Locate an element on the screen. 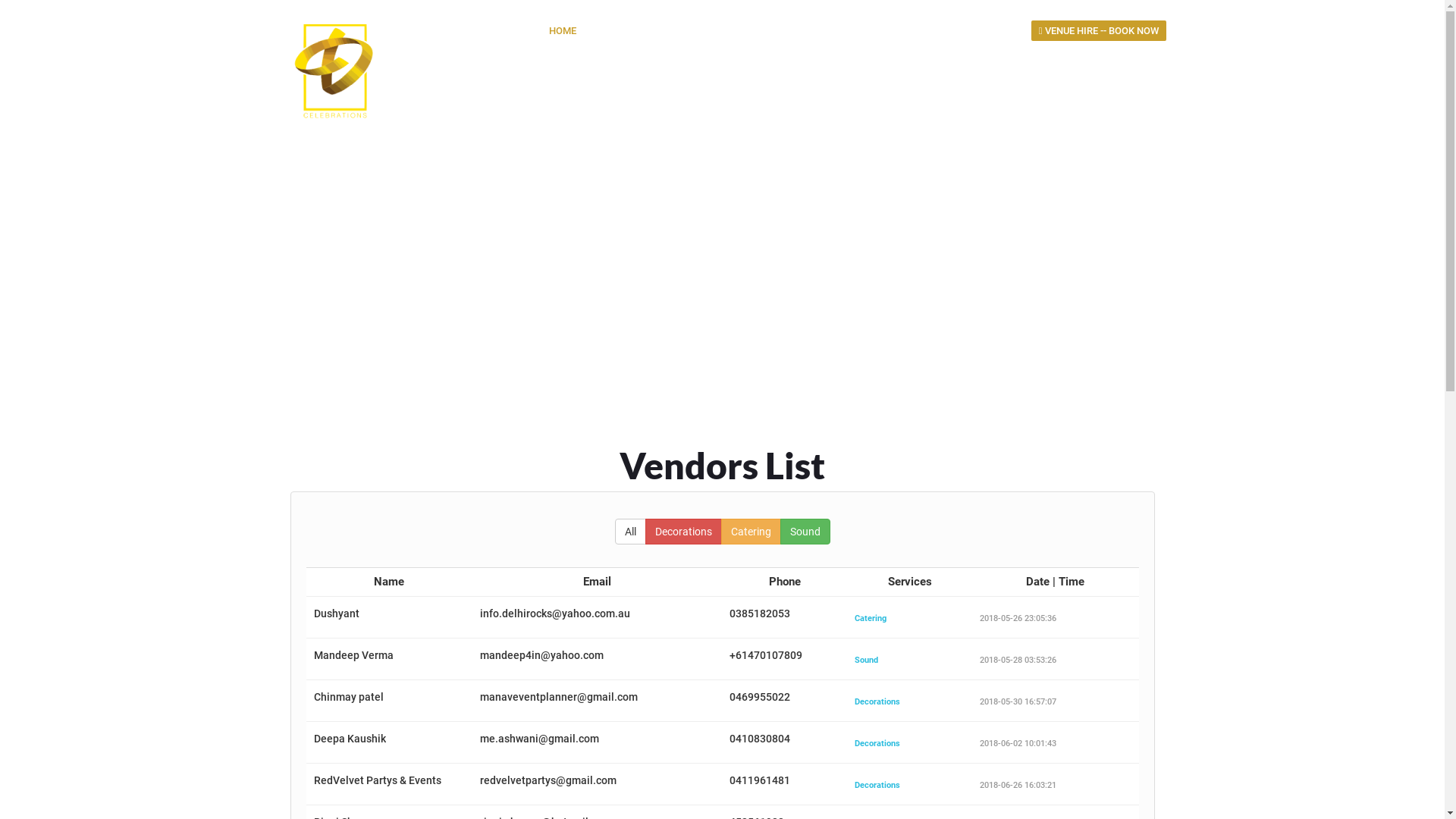 Image resolution: width=1456 pixels, height=819 pixels. 'GALLERY' is located at coordinates (795, 30).